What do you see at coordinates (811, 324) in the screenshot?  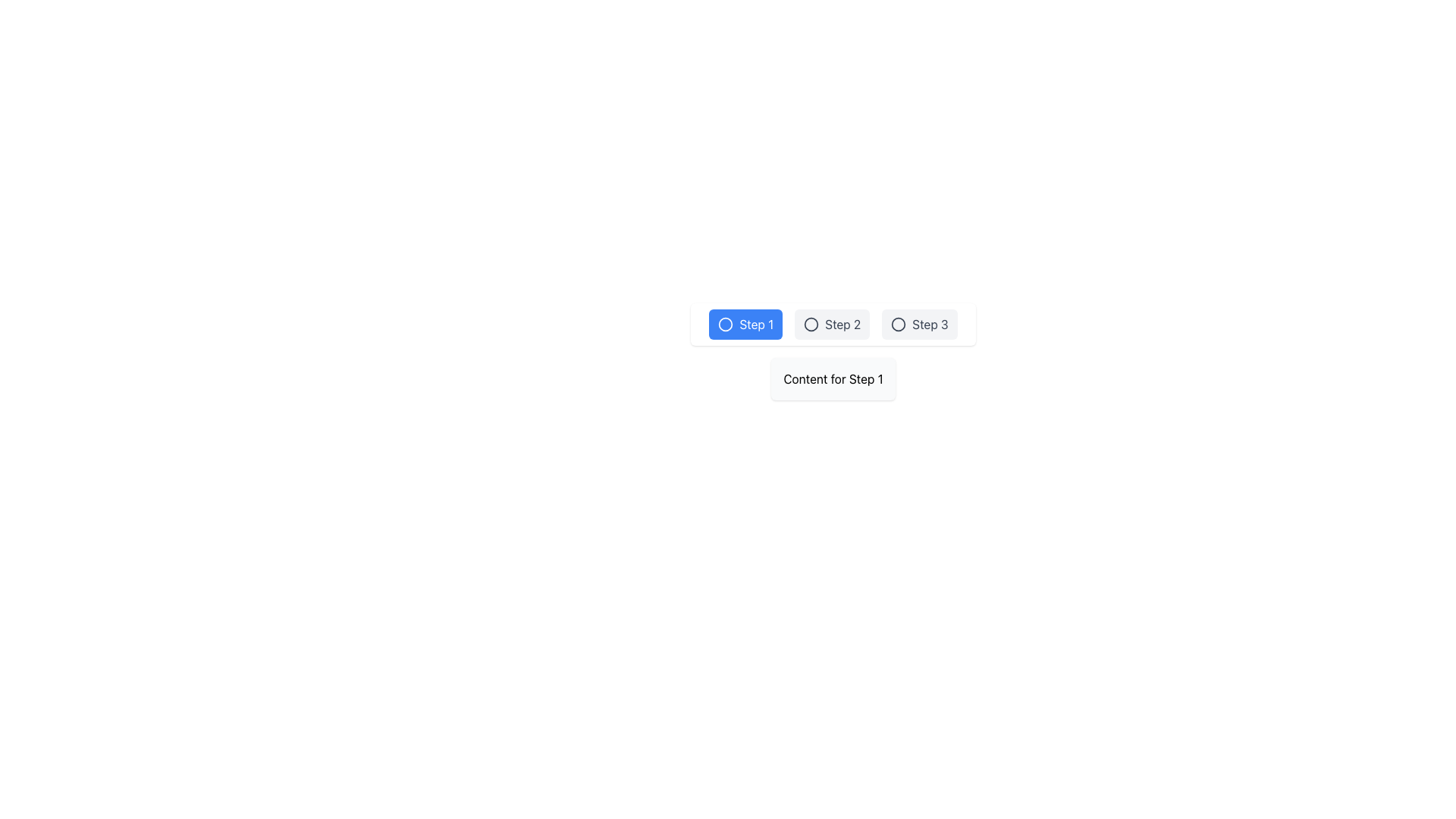 I see `the Circular icon within the 'Step 2' button, indicating the step's identity and current state` at bounding box center [811, 324].